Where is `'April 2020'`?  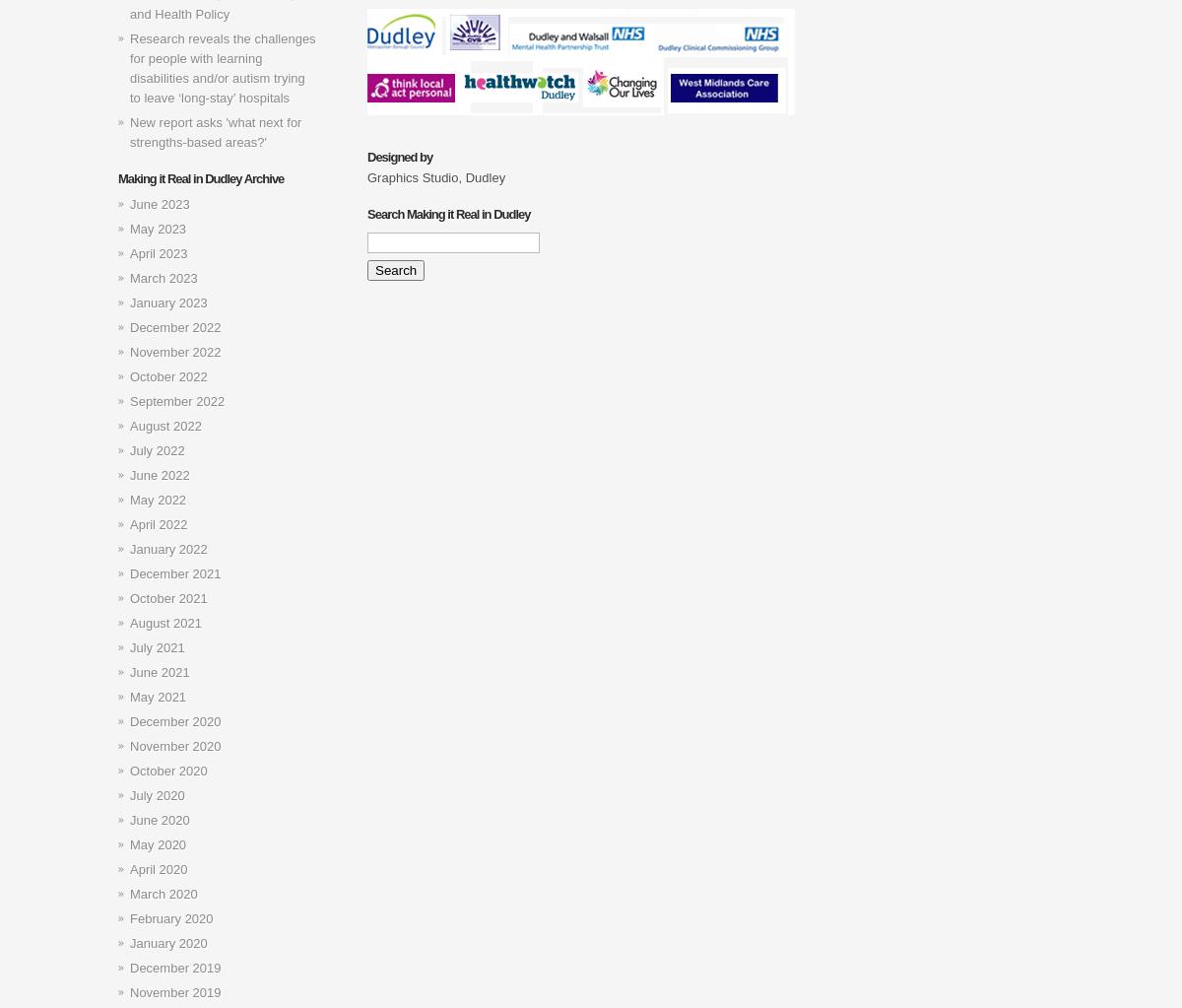
'April 2020' is located at coordinates (158, 869).